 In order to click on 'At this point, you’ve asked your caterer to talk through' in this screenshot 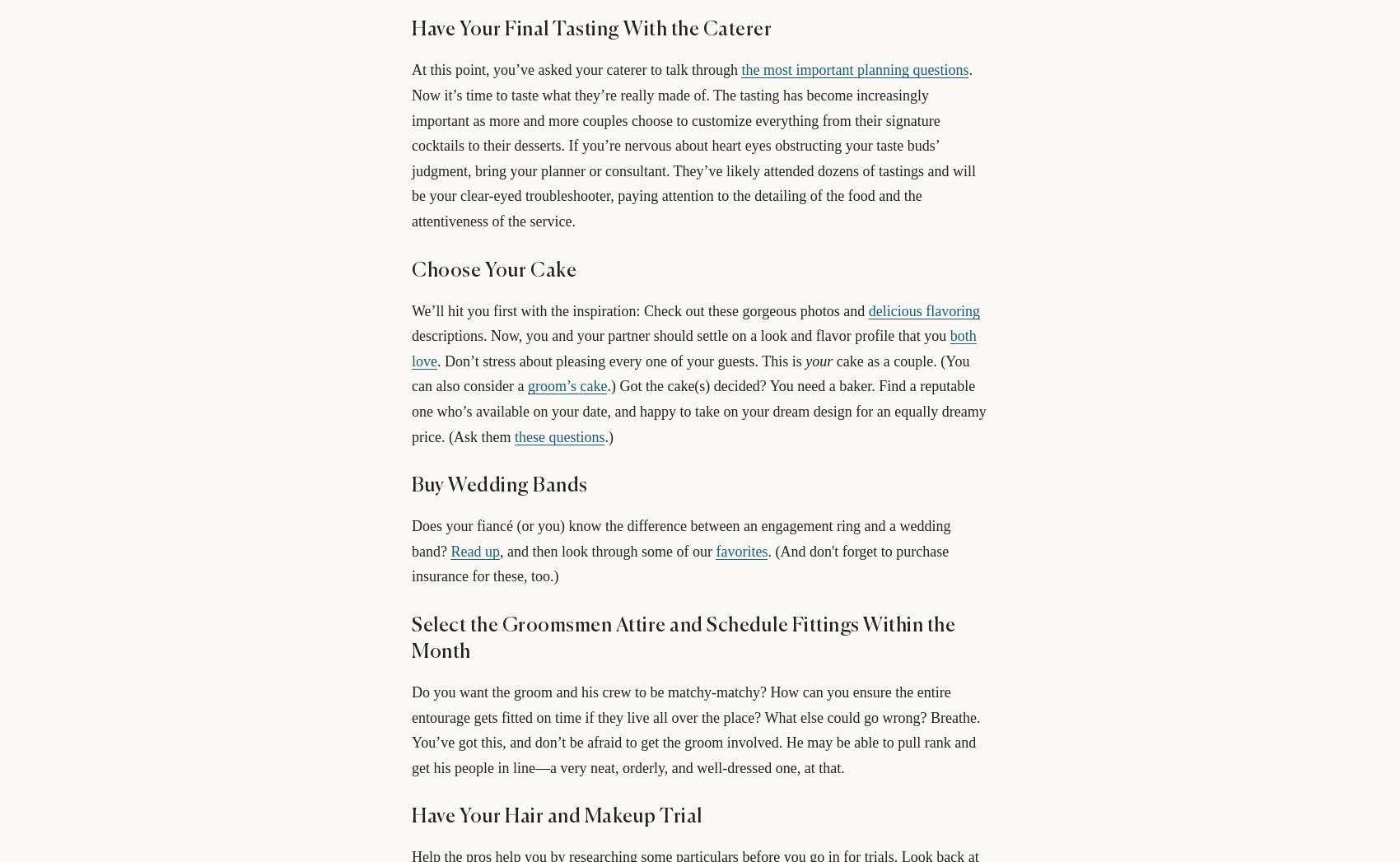, I will do `click(576, 70)`.